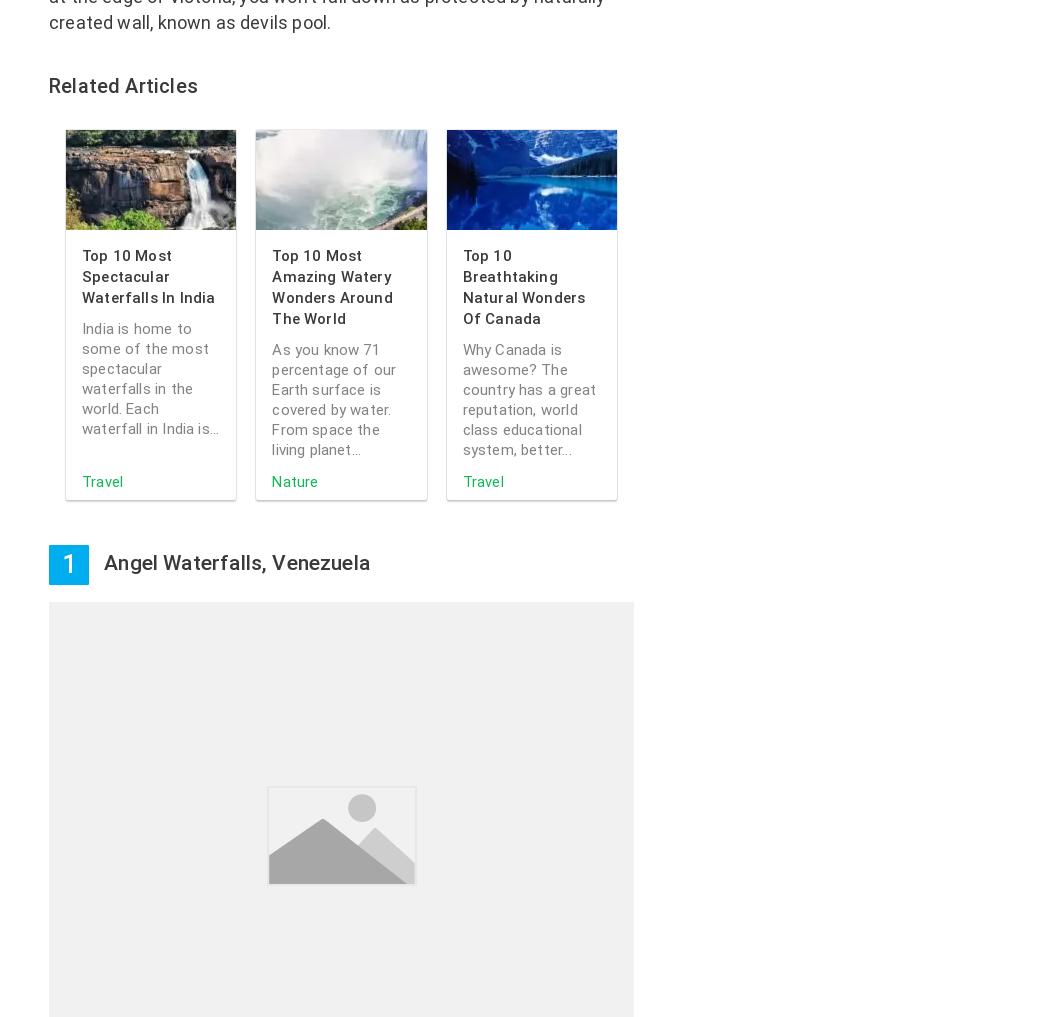 The width and height of the screenshot is (1050, 1017). What do you see at coordinates (332, 287) in the screenshot?
I see `'Top 10 Most Amazing Watery Wonders Around The World'` at bounding box center [332, 287].